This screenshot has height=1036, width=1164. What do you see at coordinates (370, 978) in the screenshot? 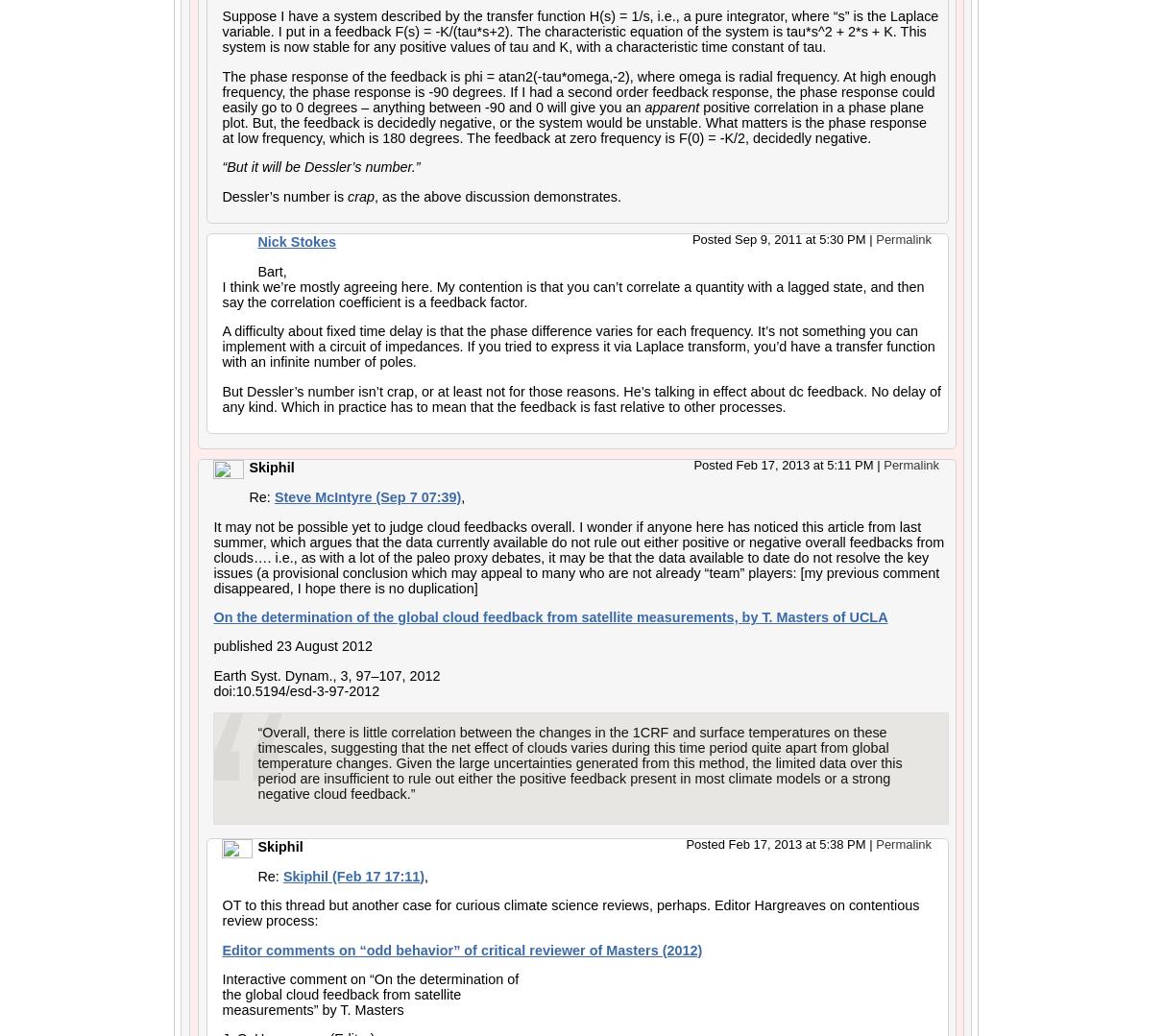
I see `'Interactive comment on “On the determination of'` at bounding box center [370, 978].